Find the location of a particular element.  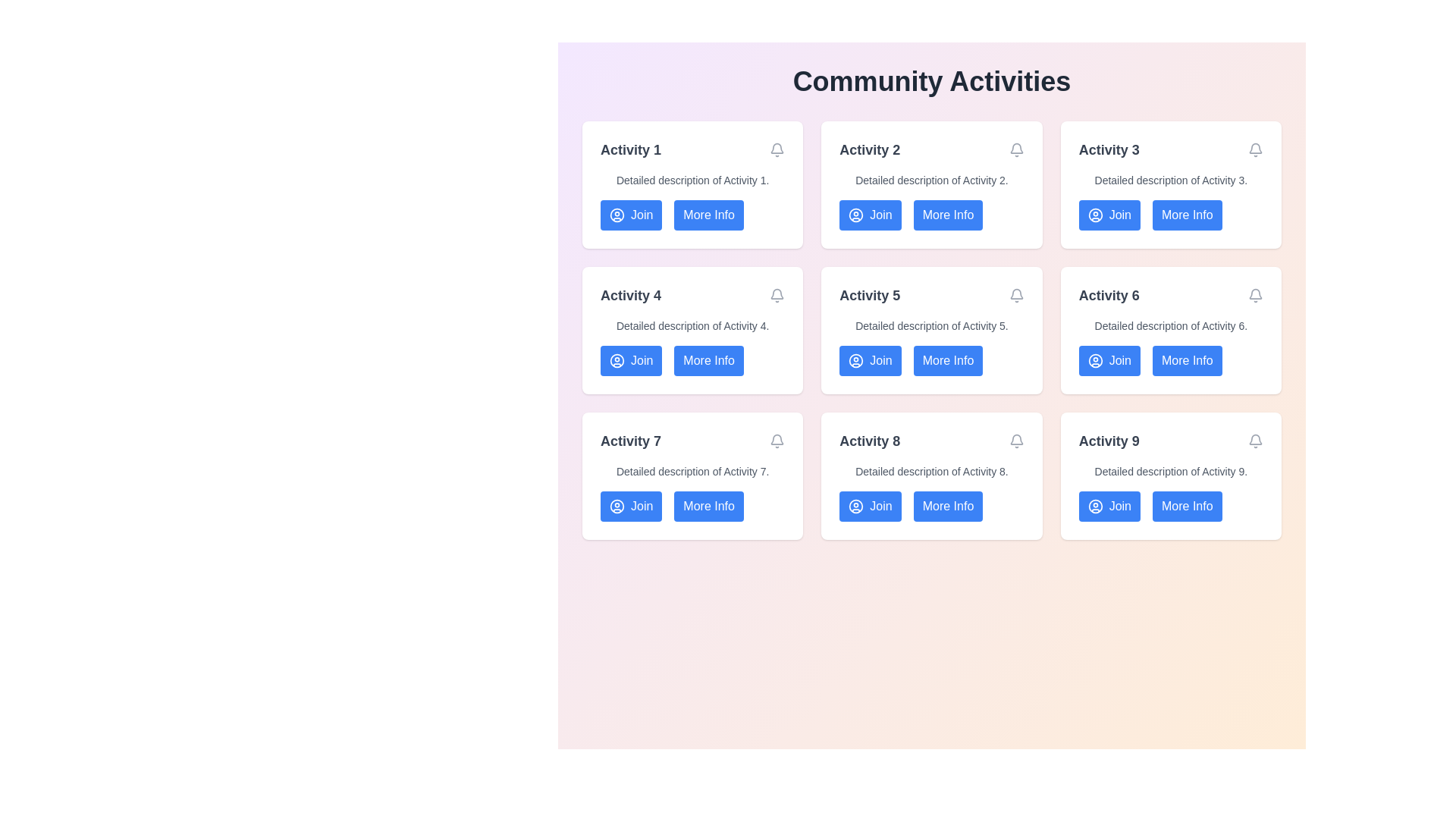

the 'More Info' button with a blue background and white text located in the bottom-right section of the 'Activity 8' card to change its background color is located at coordinates (930, 506).